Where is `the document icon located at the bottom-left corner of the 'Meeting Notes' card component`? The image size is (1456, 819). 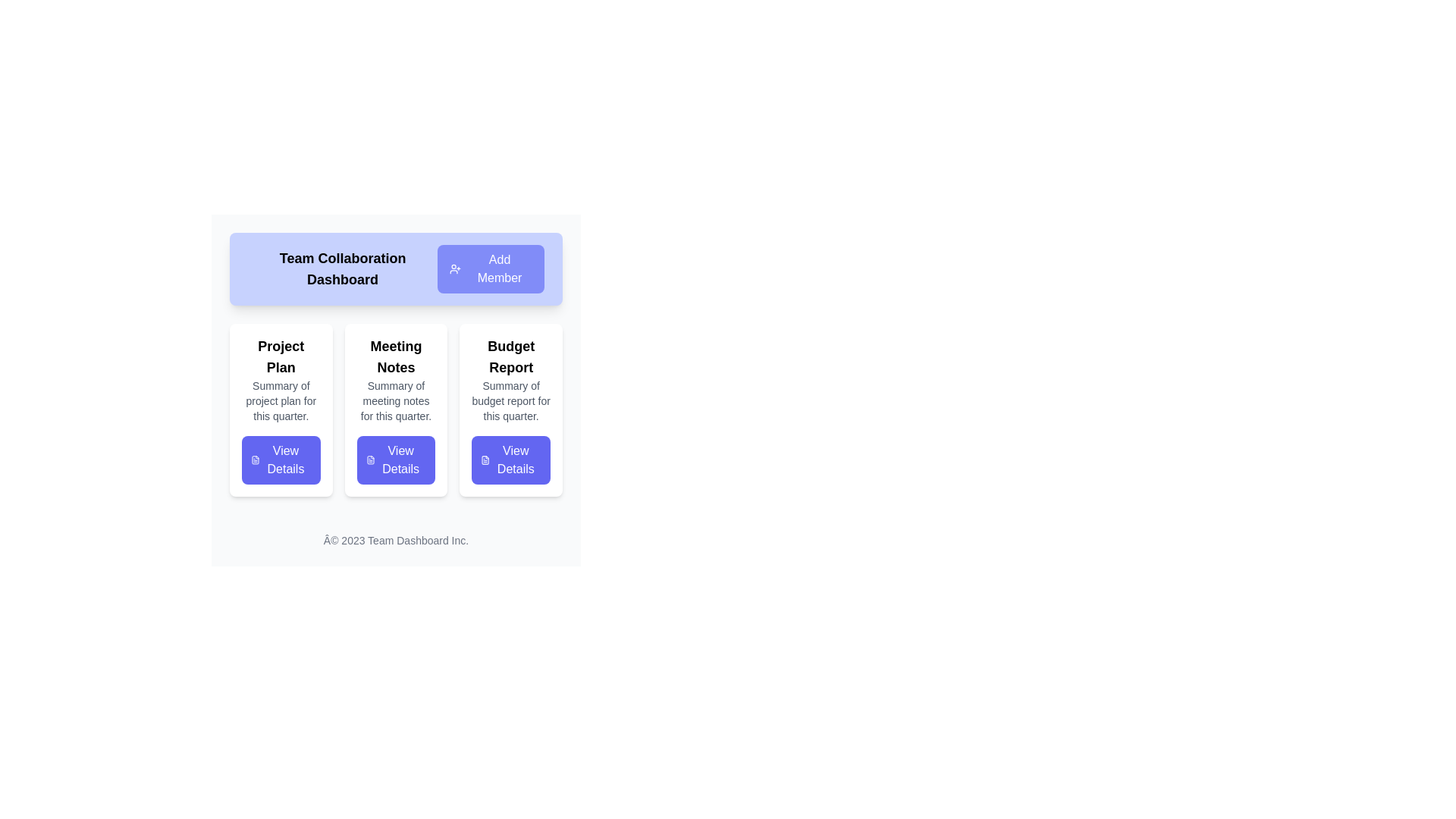
the document icon located at the bottom-left corner of the 'Meeting Notes' card component is located at coordinates (370, 459).